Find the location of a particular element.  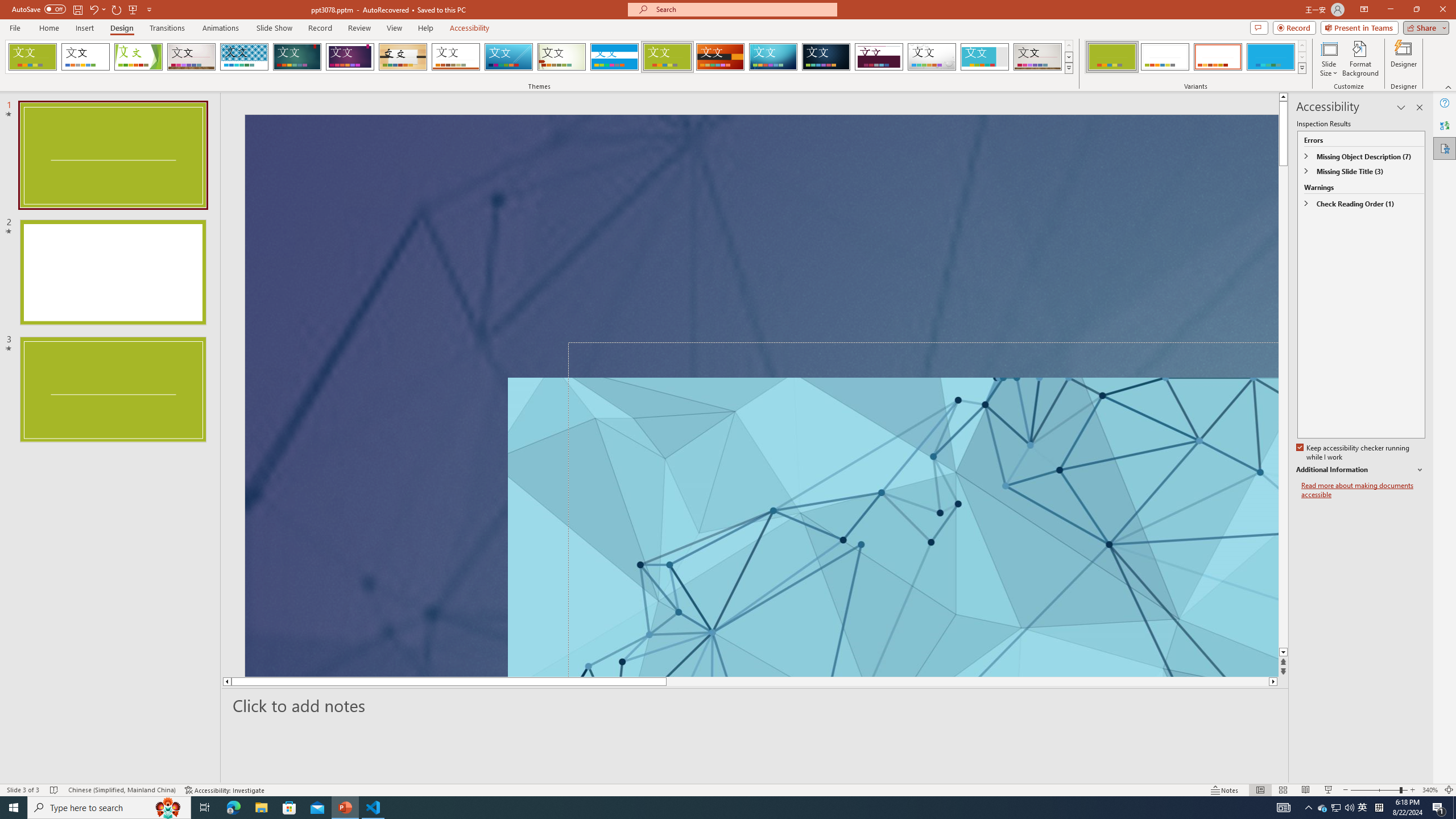

'Berlin' is located at coordinates (721, 56).